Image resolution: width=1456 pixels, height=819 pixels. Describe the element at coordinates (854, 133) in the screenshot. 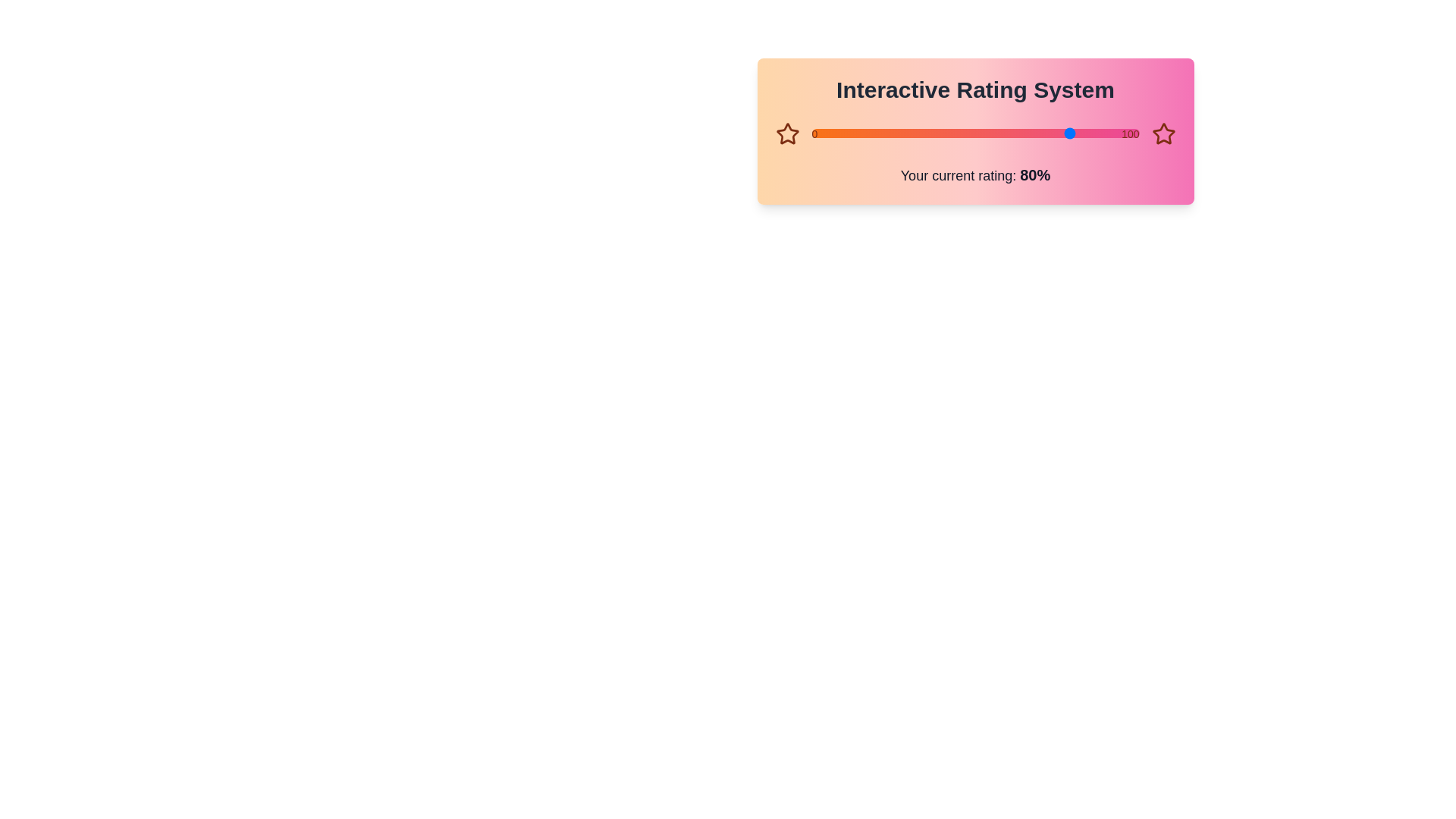

I see `the slider track to set the rating to 13%` at that location.